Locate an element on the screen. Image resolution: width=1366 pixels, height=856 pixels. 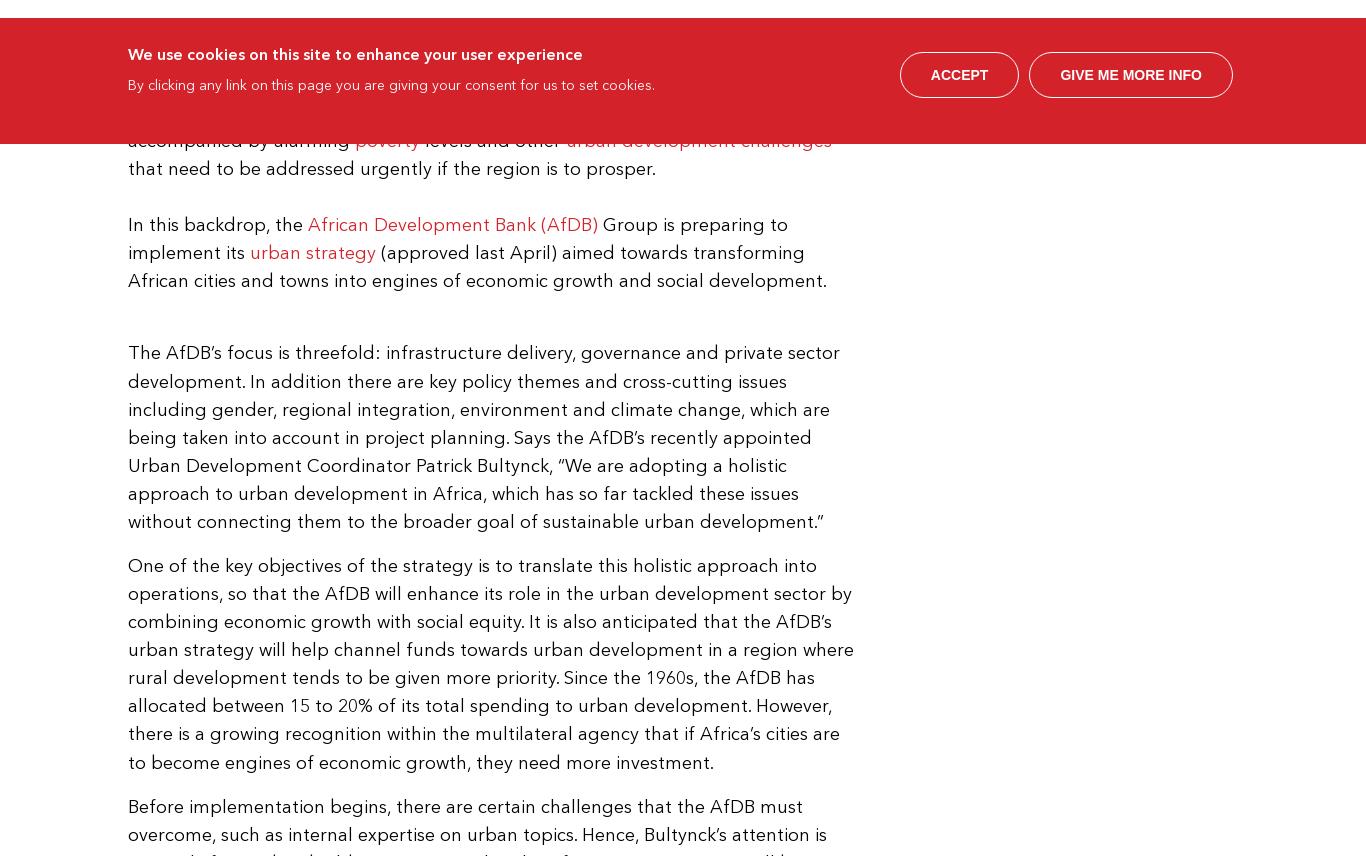
'that need to be addressed urgently if the region is to prosper.' is located at coordinates (391, 168).